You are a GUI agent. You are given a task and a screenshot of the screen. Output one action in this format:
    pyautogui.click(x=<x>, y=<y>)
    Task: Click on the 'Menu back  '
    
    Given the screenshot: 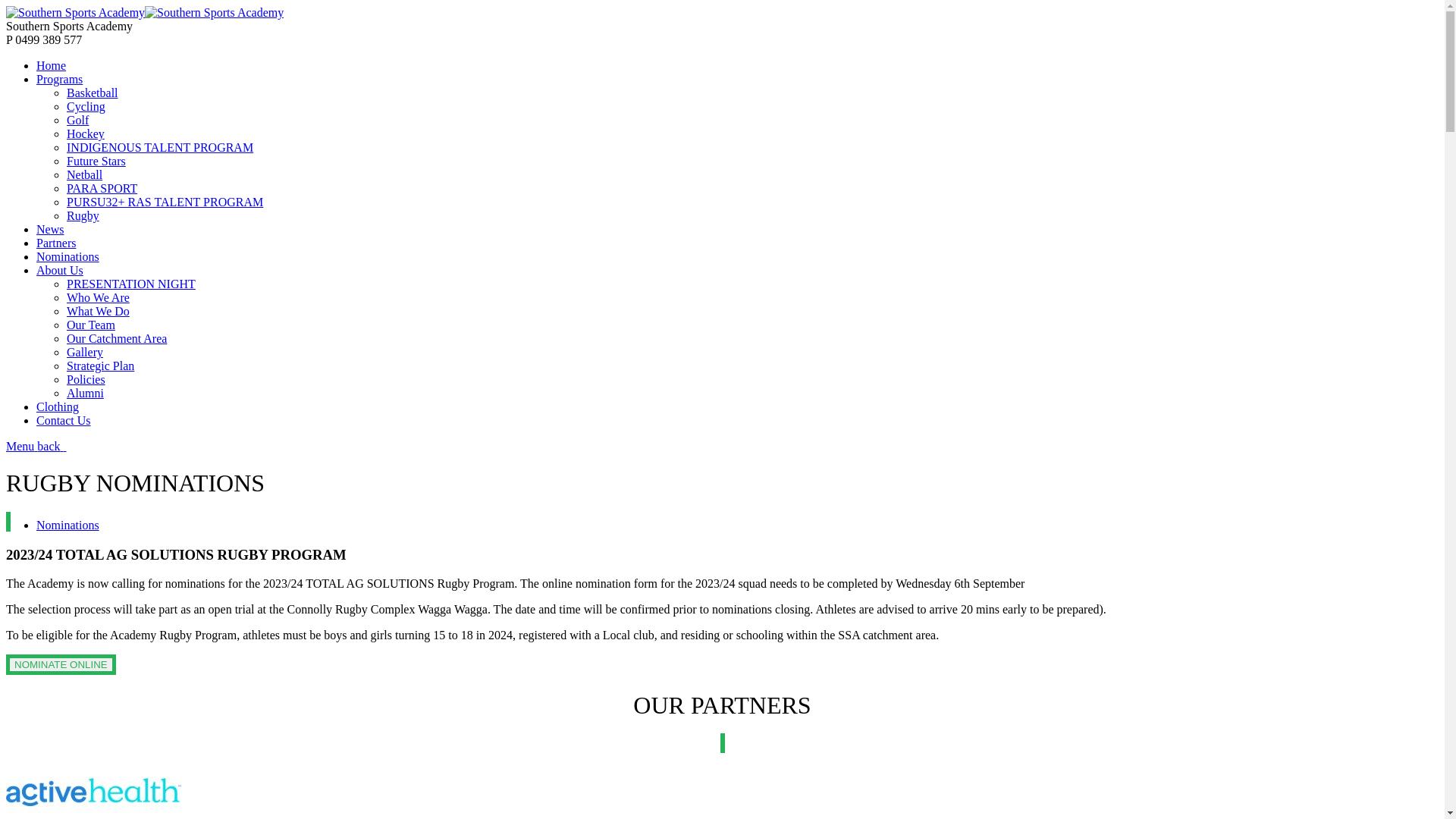 What is the action you would take?
    pyautogui.click(x=36, y=445)
    